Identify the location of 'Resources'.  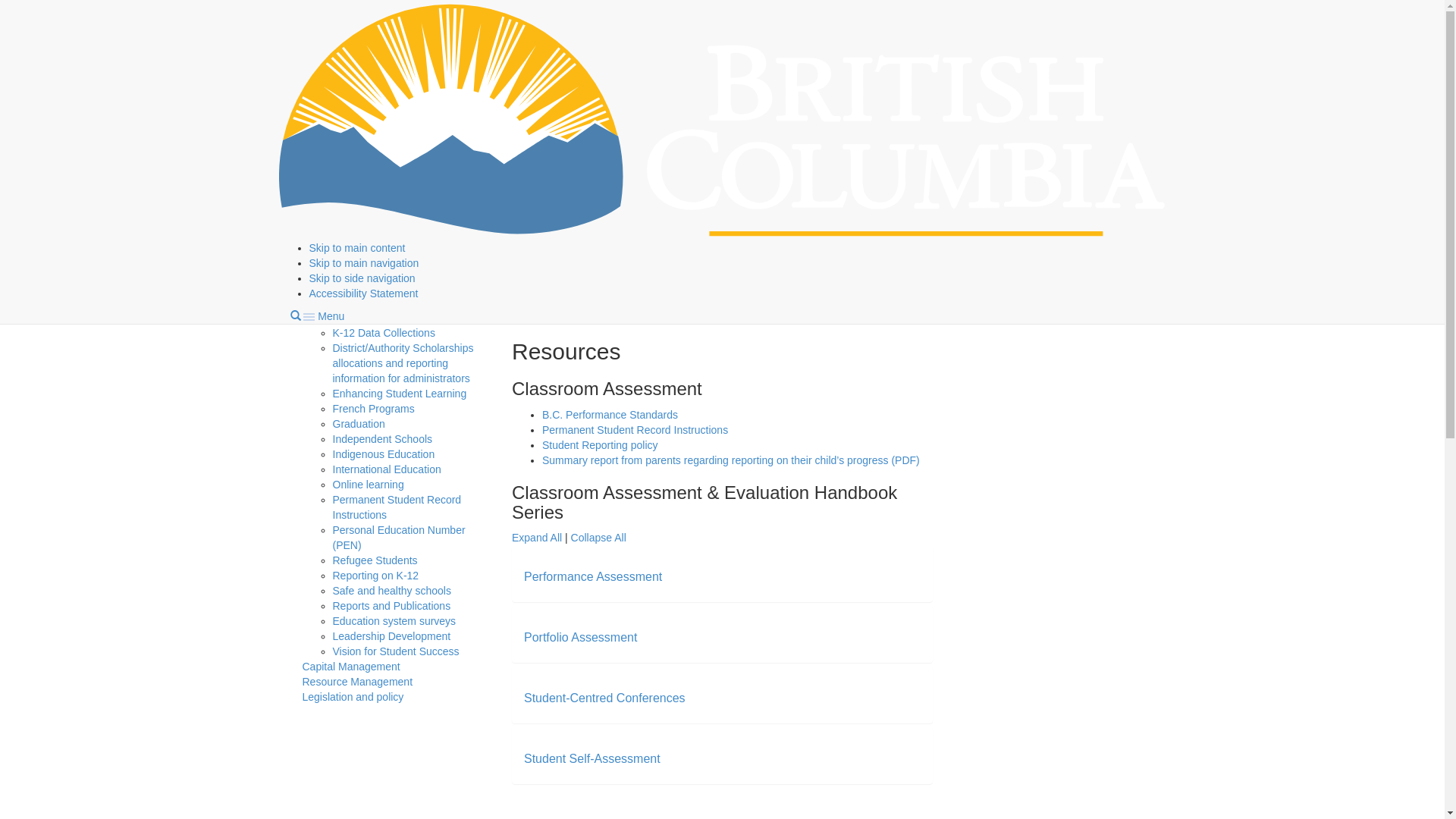
(393, 151).